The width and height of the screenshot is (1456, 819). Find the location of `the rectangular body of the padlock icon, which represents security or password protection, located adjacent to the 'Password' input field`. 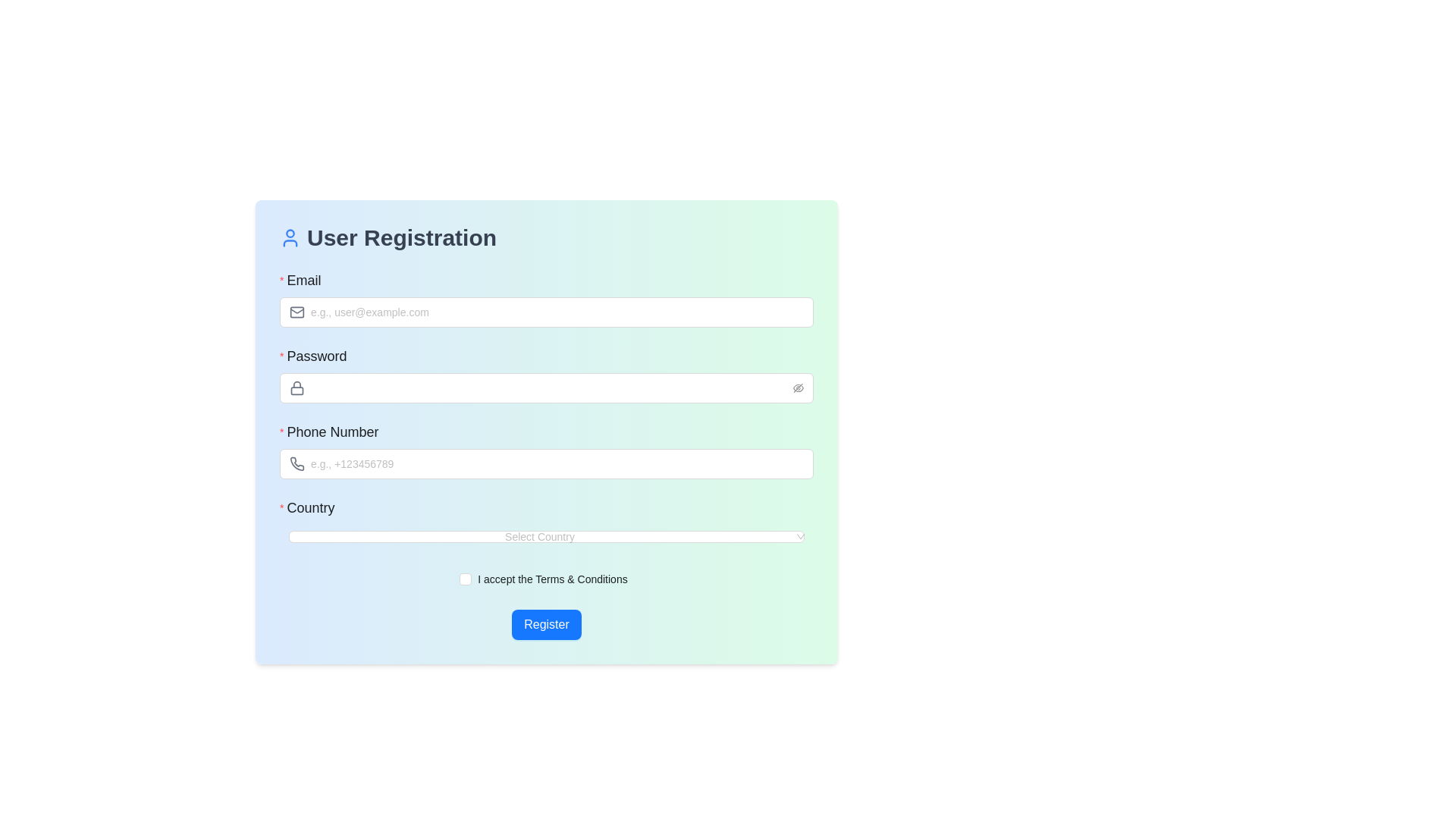

the rectangular body of the padlock icon, which represents security or password protection, located adjacent to the 'Password' input field is located at coordinates (297, 390).